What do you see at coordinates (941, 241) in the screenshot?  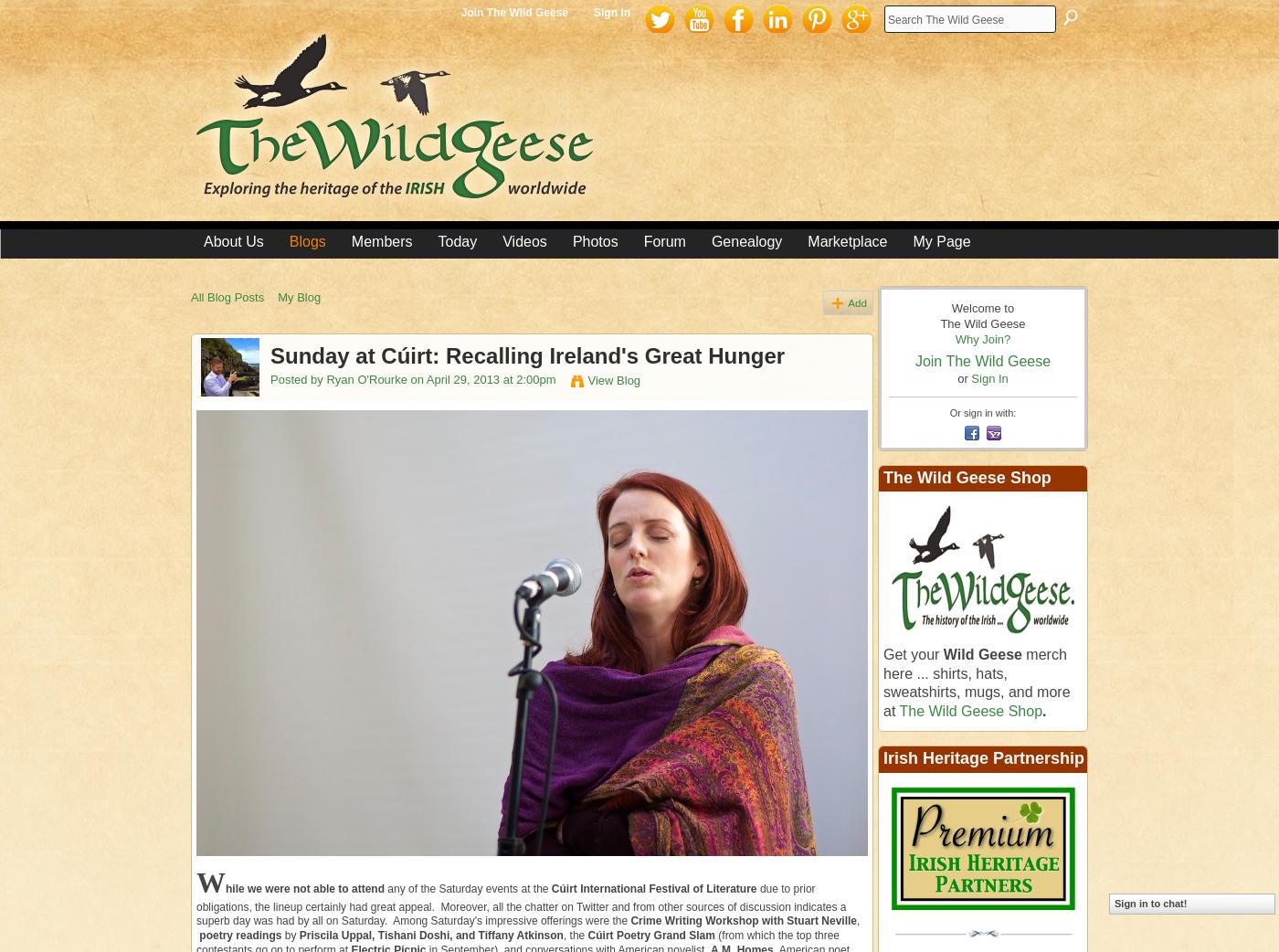 I see `'My Page'` at bounding box center [941, 241].